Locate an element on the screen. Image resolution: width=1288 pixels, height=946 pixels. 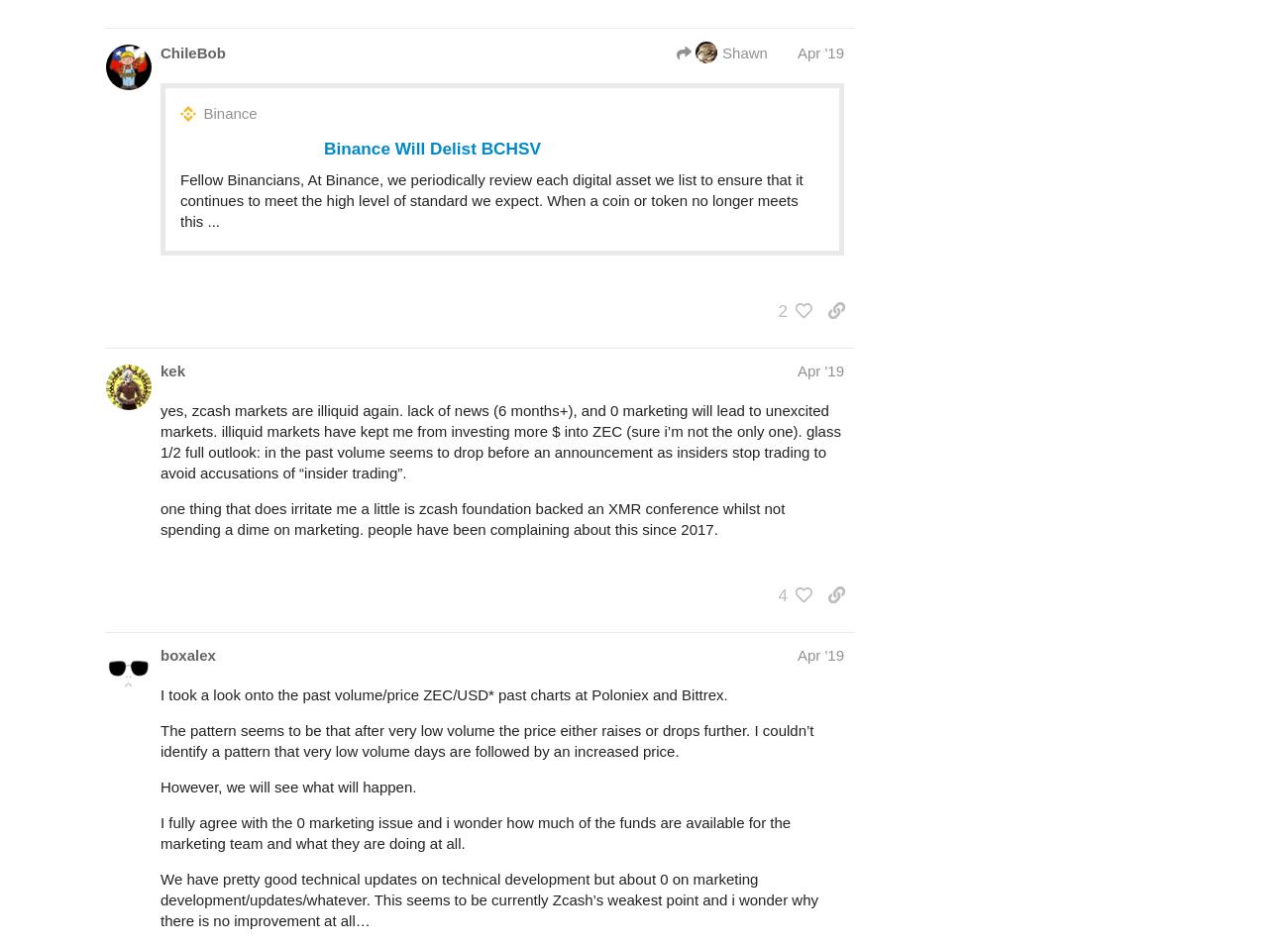
'Binance Will Delist BCHSV' is located at coordinates (322, 148).